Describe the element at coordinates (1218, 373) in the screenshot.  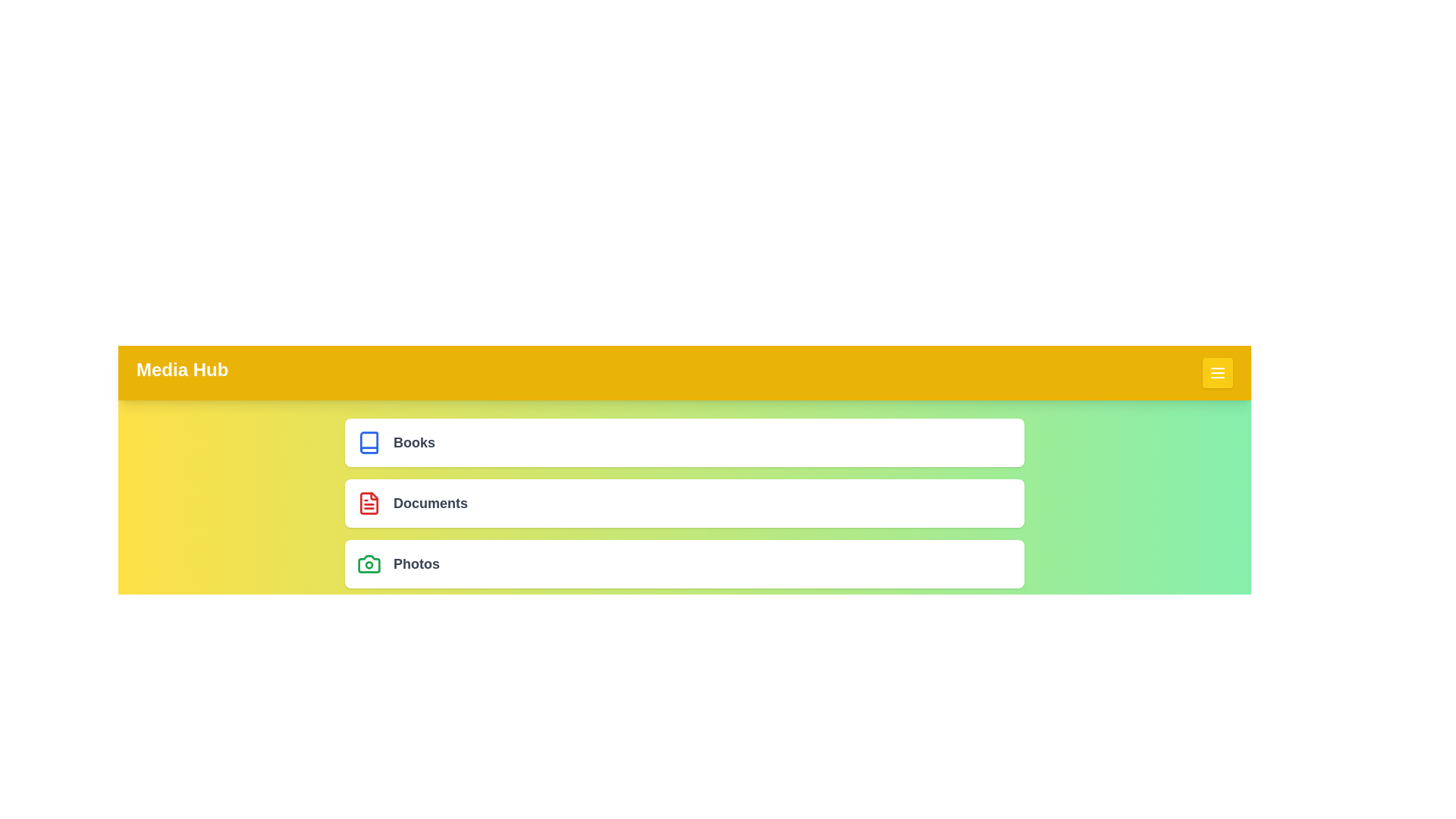
I see `menu button to toggle the menu visibility` at that location.